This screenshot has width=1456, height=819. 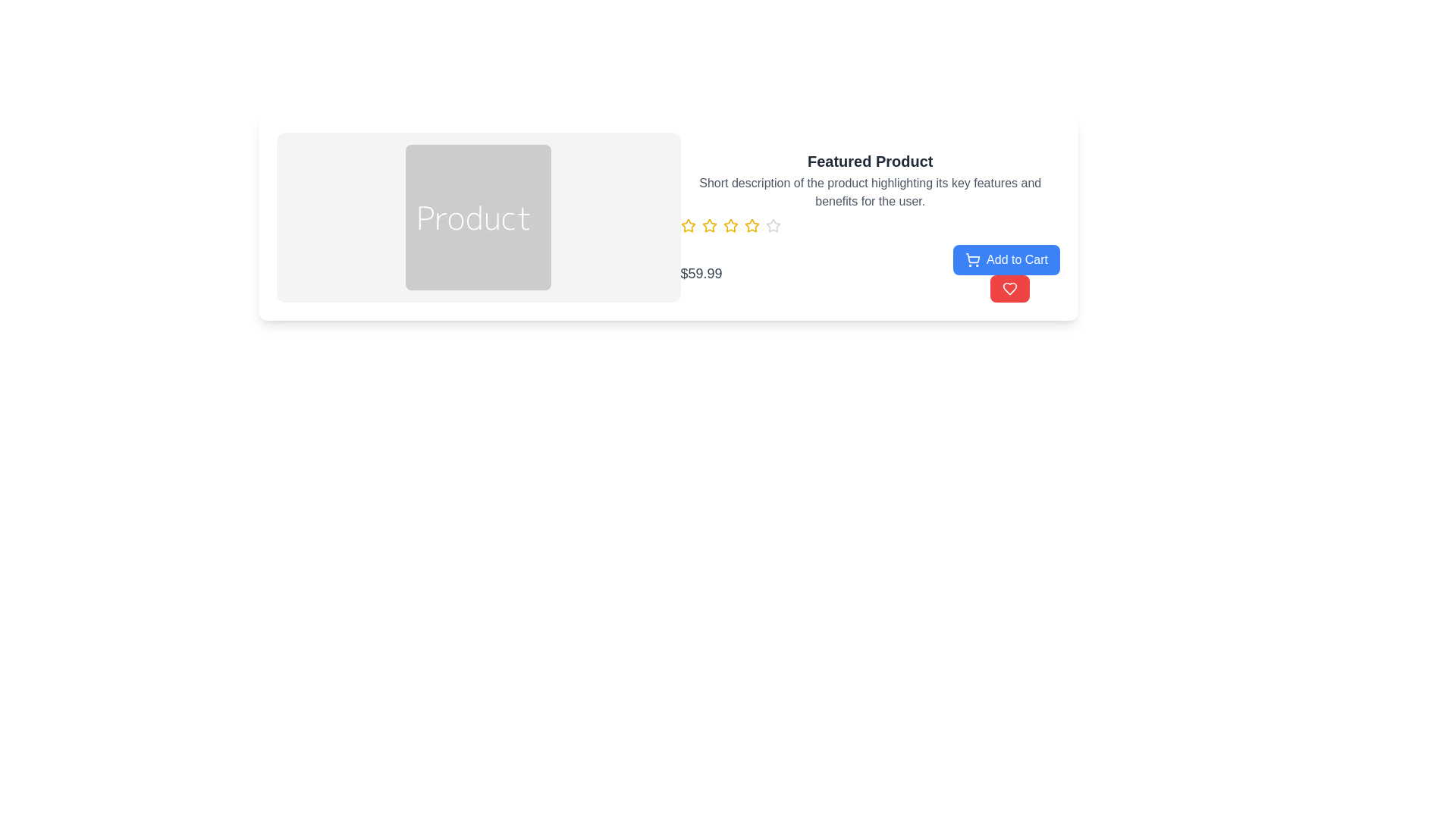 I want to click on the third star icon in the horizontal row of five star icons used for rating the product, so click(x=730, y=225).